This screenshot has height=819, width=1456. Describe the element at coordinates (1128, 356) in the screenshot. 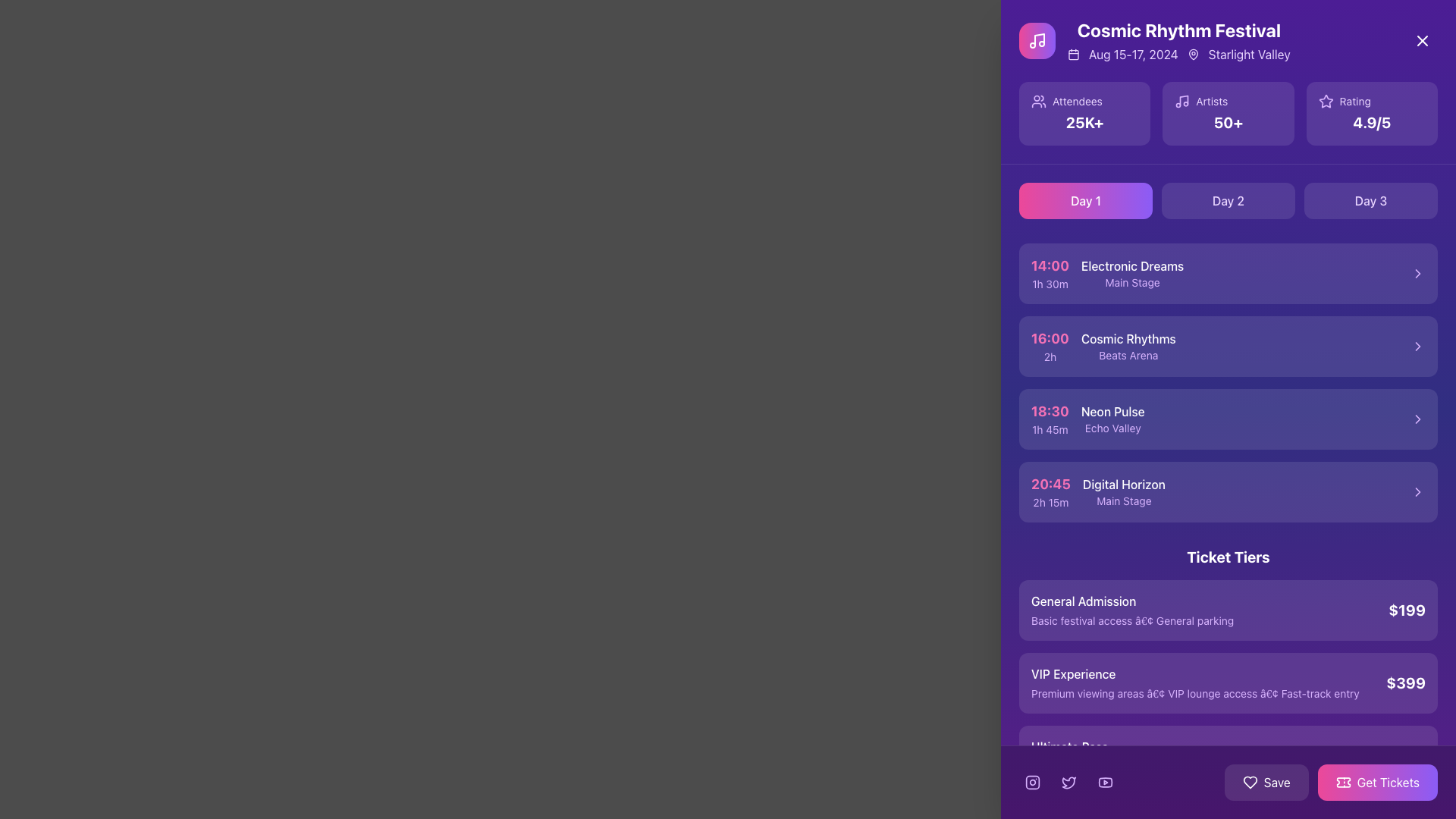

I see `the text label indicating the location or stage of the 'Cosmic Rhythms' event, which is located below the 'Cosmic Rhythms' text in the 16:00 event section of the schedule` at that location.